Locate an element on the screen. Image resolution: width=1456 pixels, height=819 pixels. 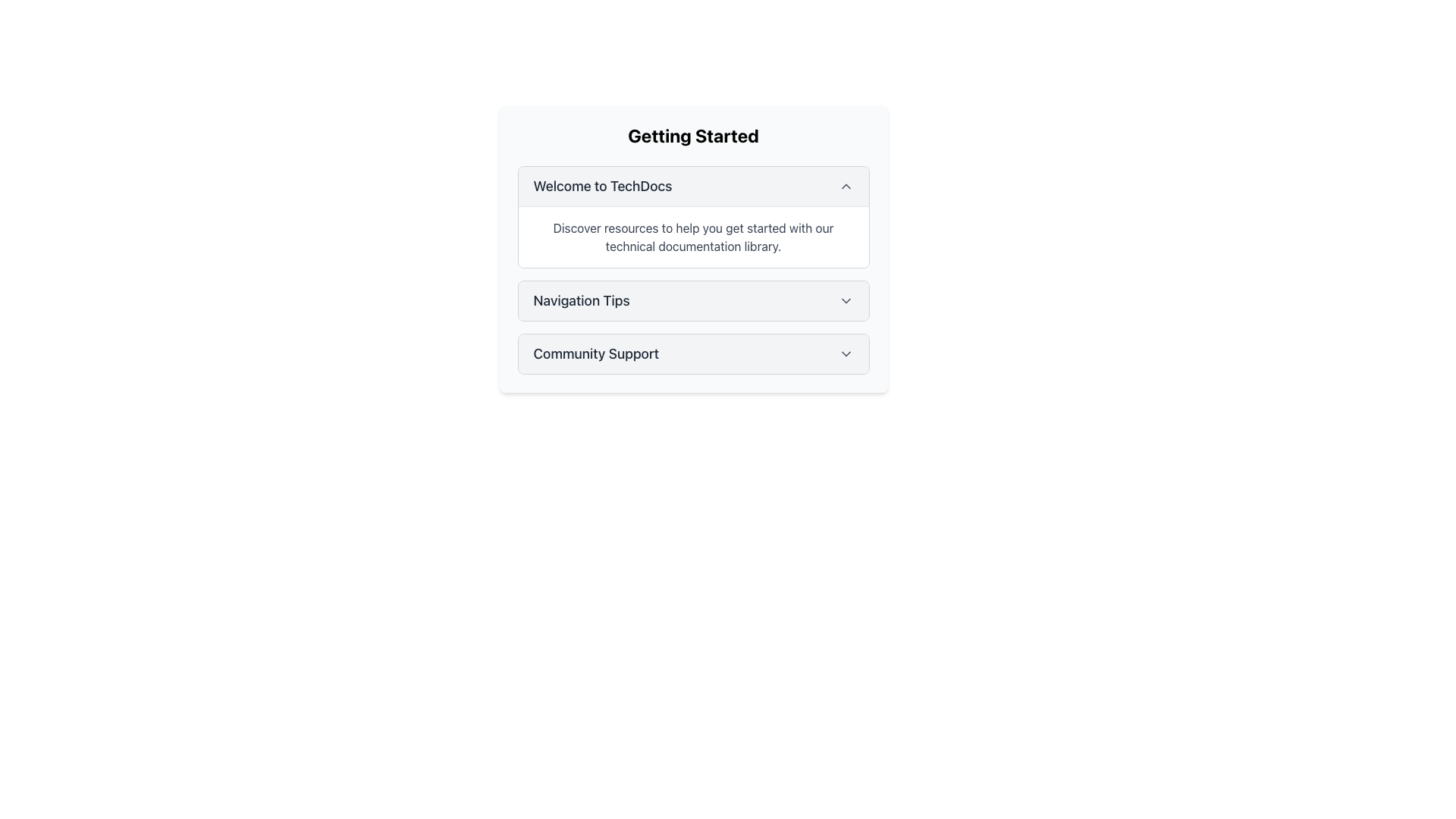
static text content in the 'Welcome to TechDocs' section which provides guidance for users in the technical documentation library is located at coordinates (692, 237).